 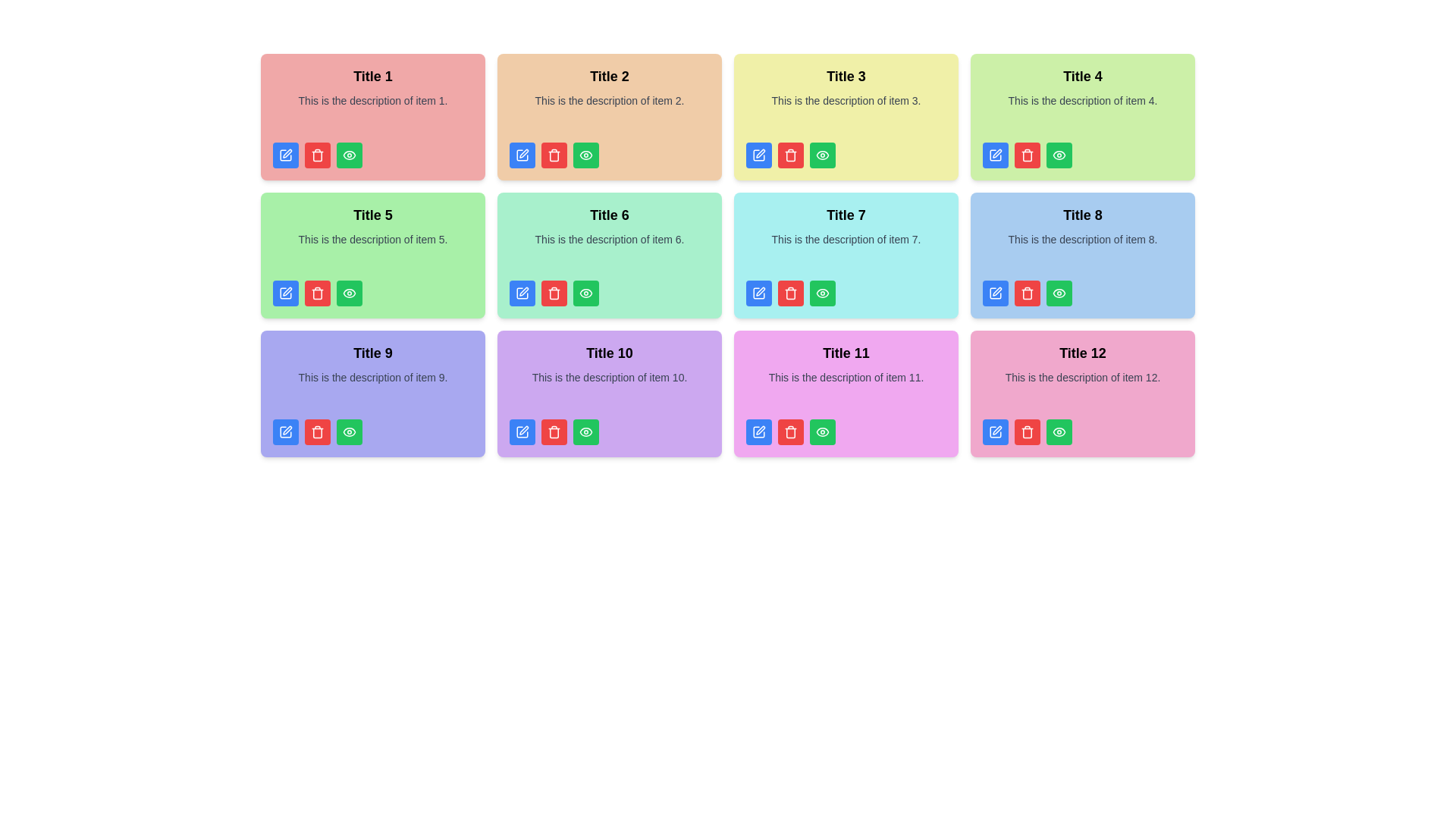 What do you see at coordinates (553, 293) in the screenshot?
I see `the red trash can icon button, which is styled with white lines and positioned inside a red circular button` at bounding box center [553, 293].